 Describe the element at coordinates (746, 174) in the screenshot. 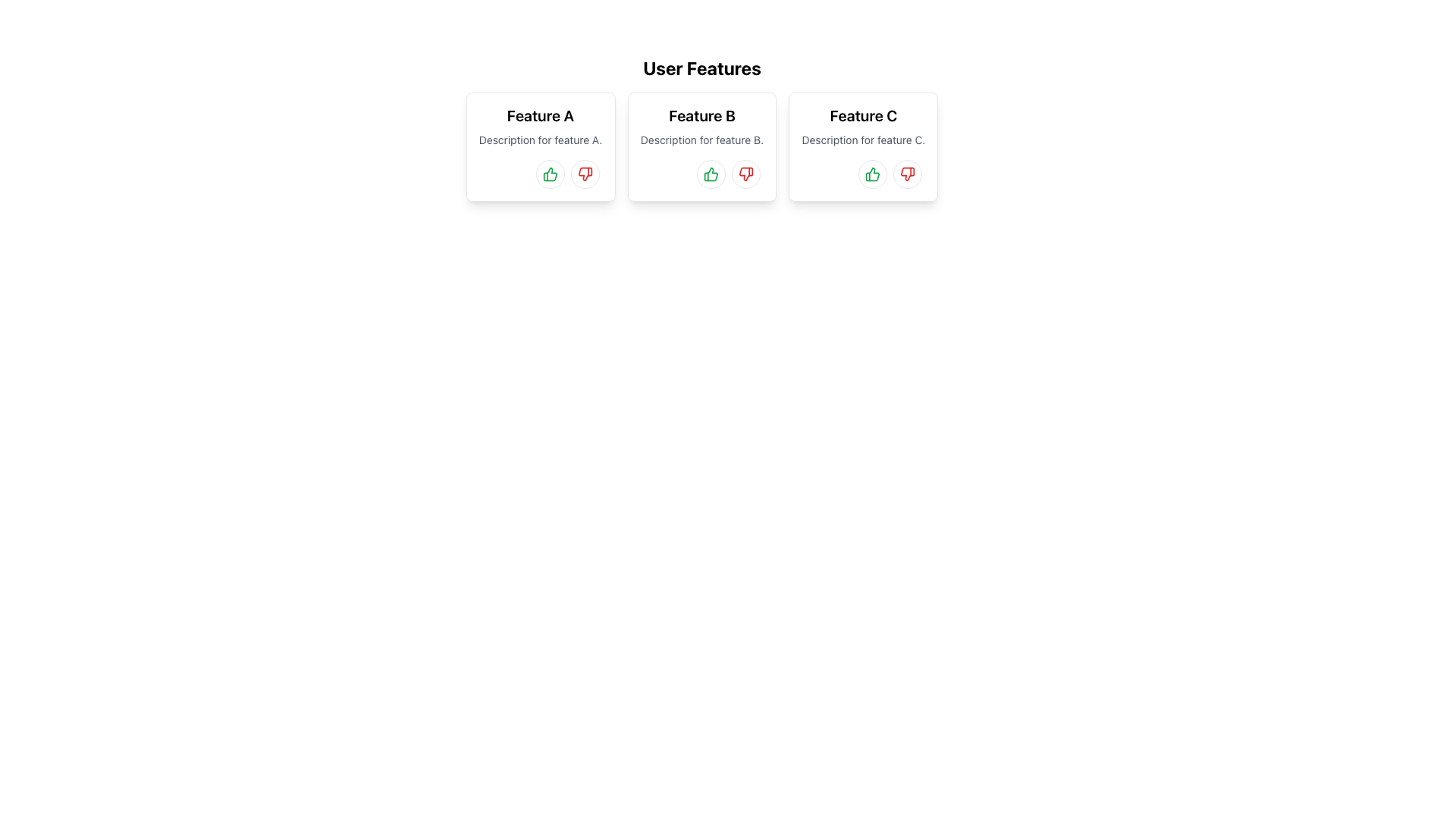

I see `the dislike button with an icon located at the bottom-right corner of the 'Feature B' card` at that location.